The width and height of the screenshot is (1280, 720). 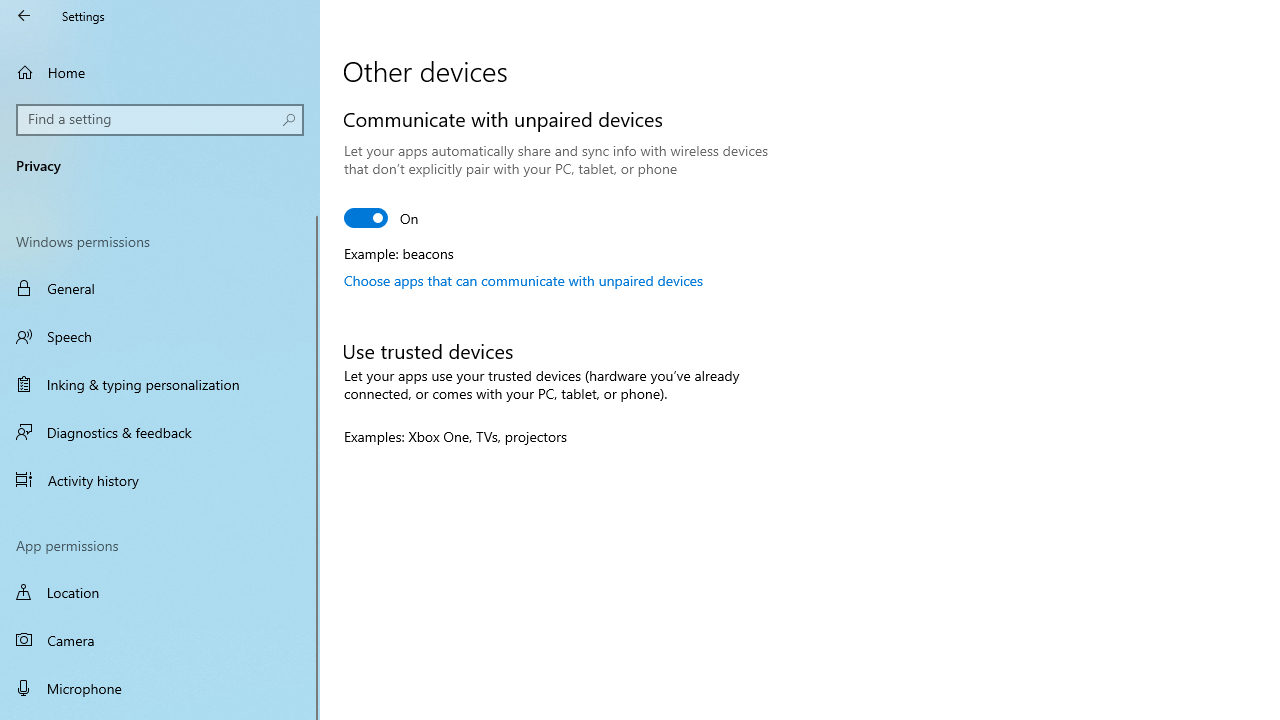 I want to click on 'Home', so click(x=160, y=71).